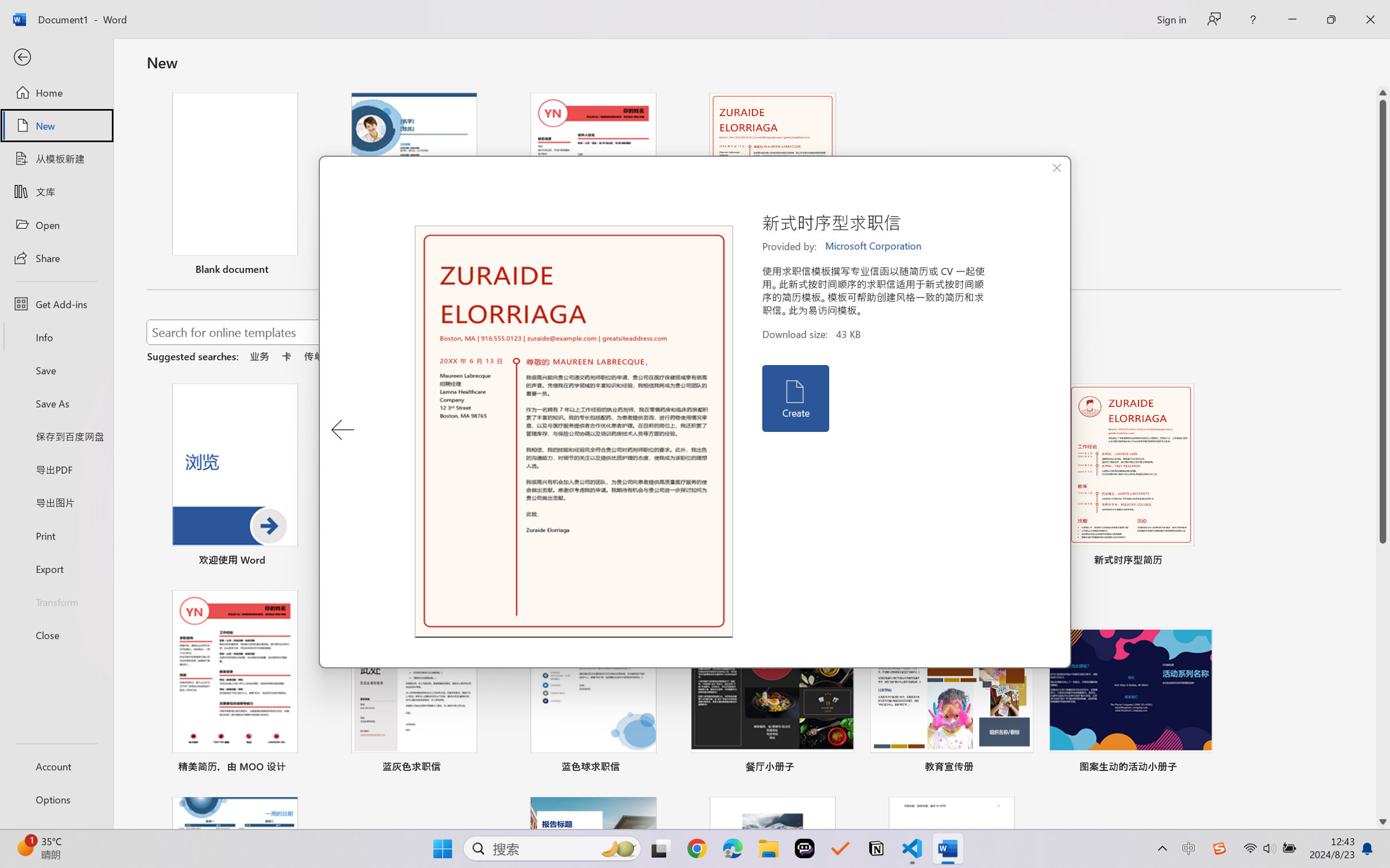 This screenshot has width=1390, height=868. I want to click on 'Pin to list', so click(1202, 768).